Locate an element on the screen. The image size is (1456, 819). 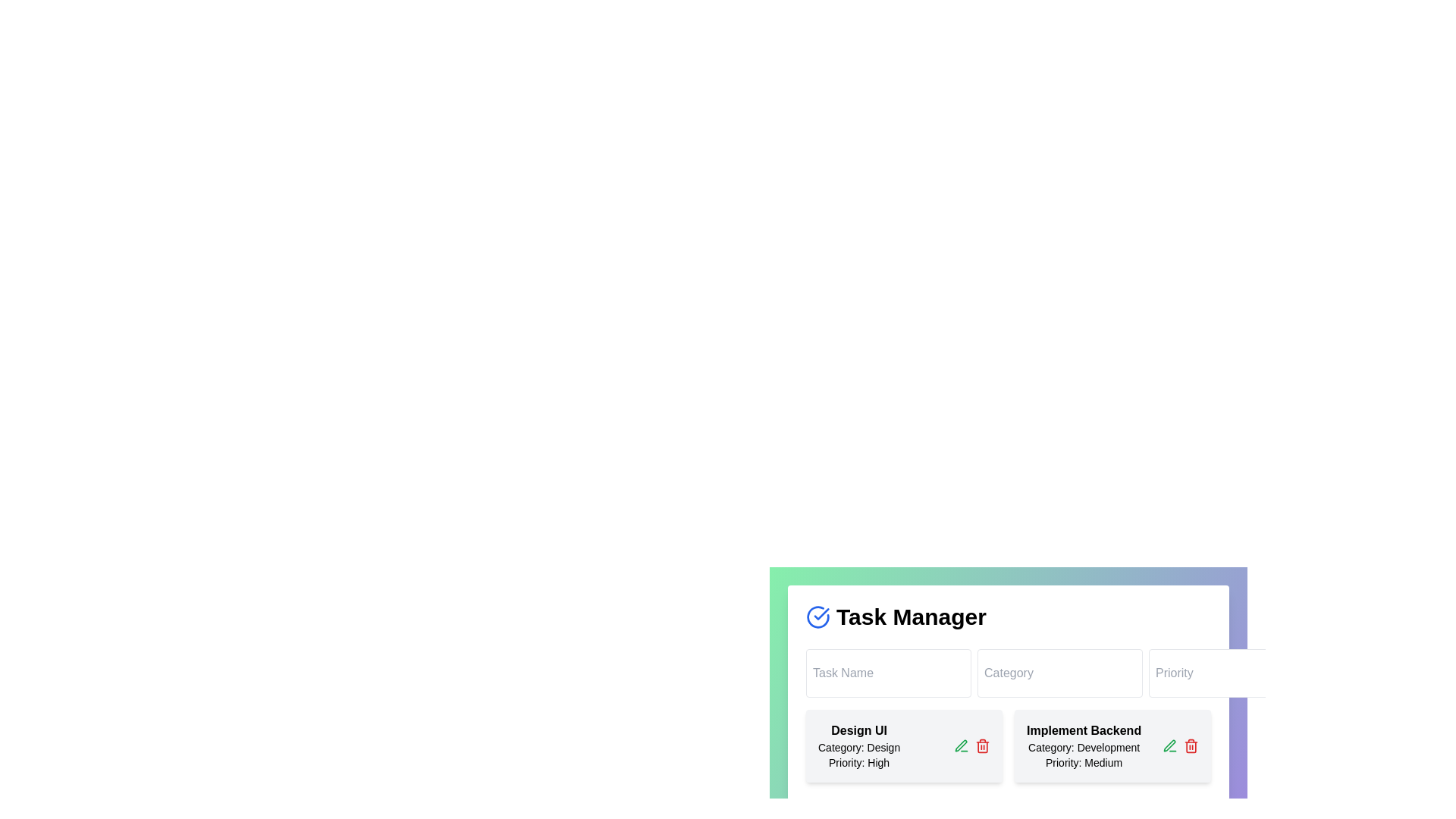
the text input field labeled 'Category' to focus on it is located at coordinates (1008, 672).